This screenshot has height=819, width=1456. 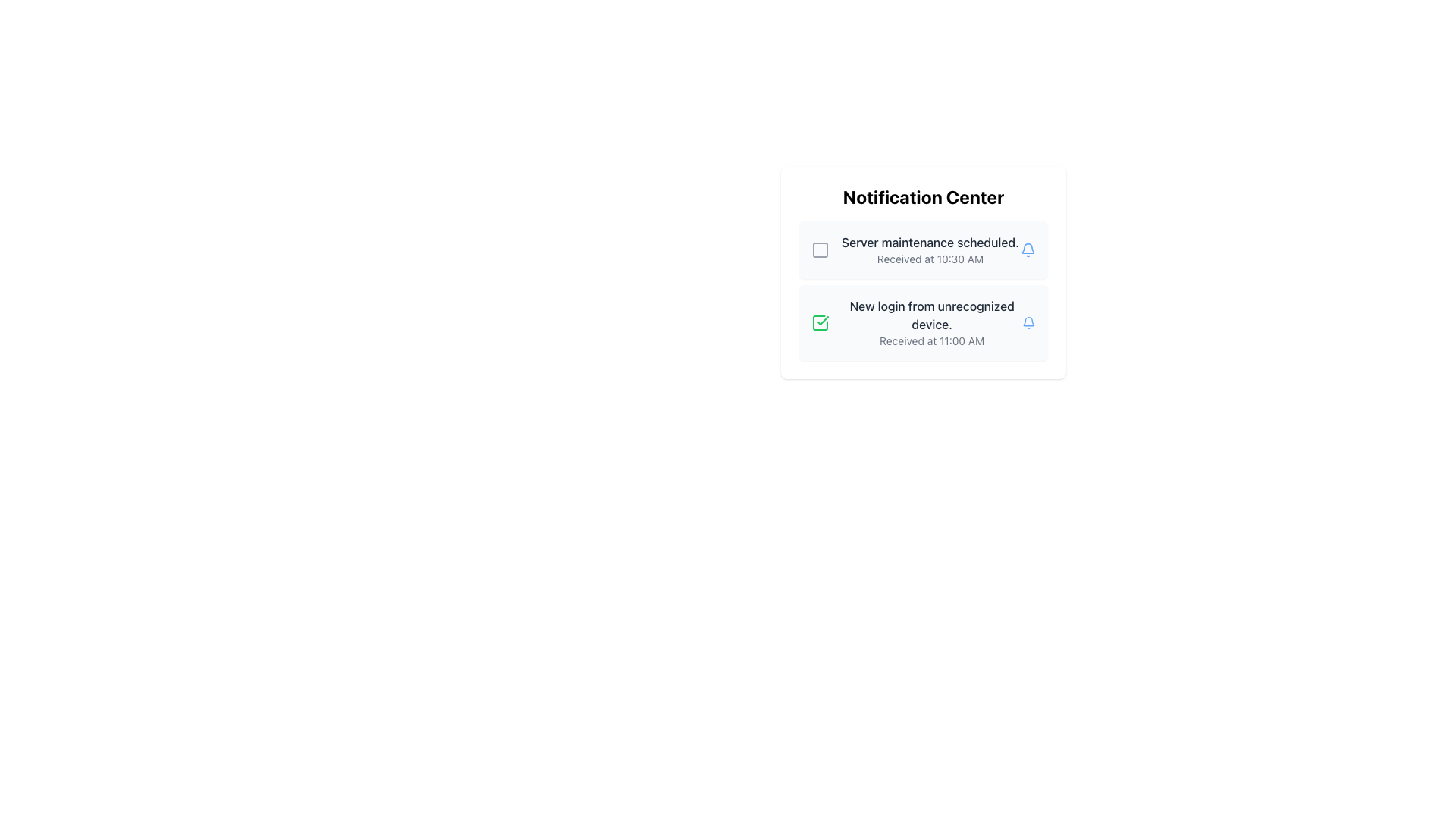 I want to click on the second notification card in the Notification Center, so click(x=923, y=271).